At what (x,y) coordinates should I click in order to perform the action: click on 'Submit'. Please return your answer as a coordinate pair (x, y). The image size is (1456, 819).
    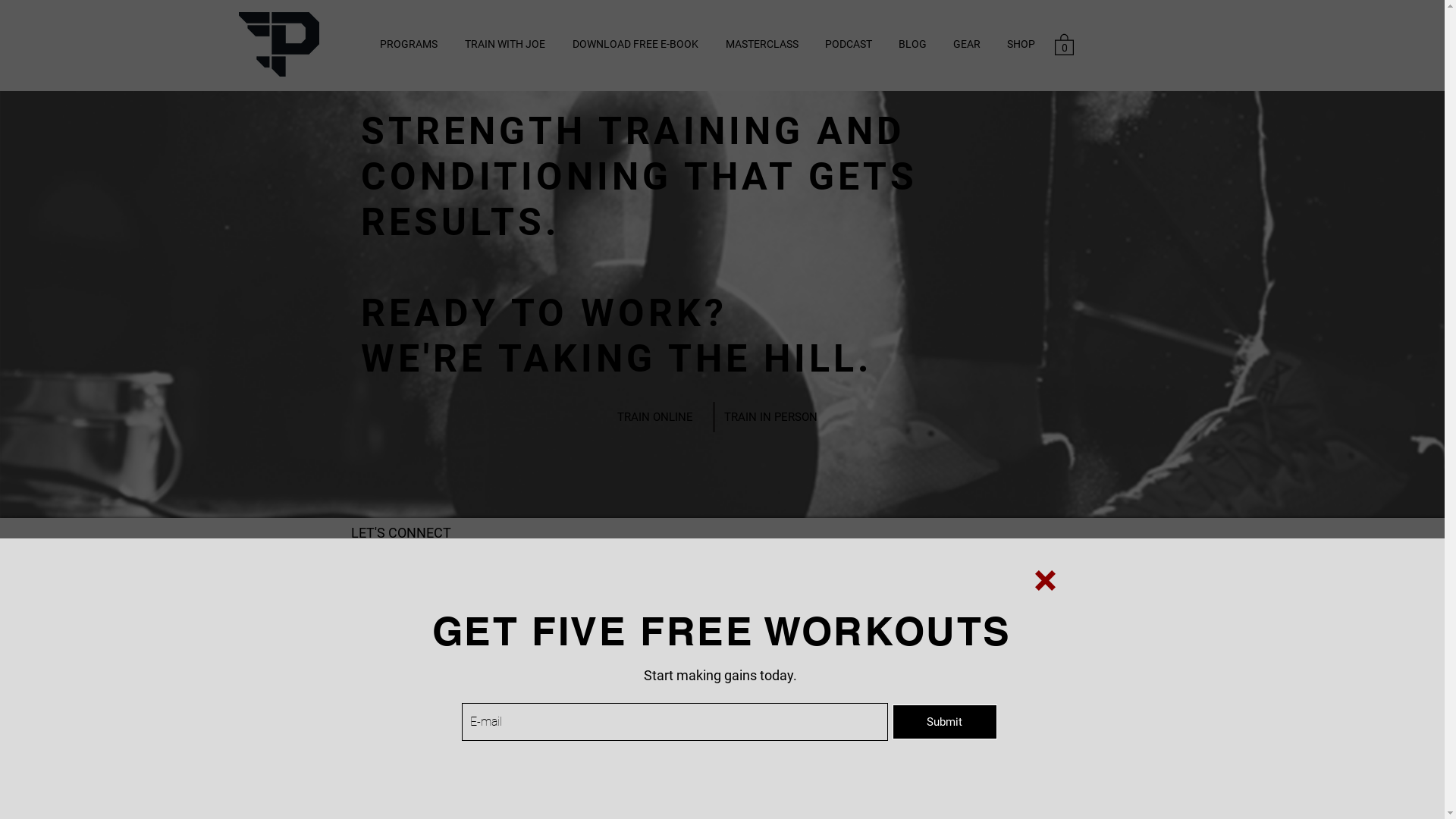
    Looking at the image, I should click on (943, 721).